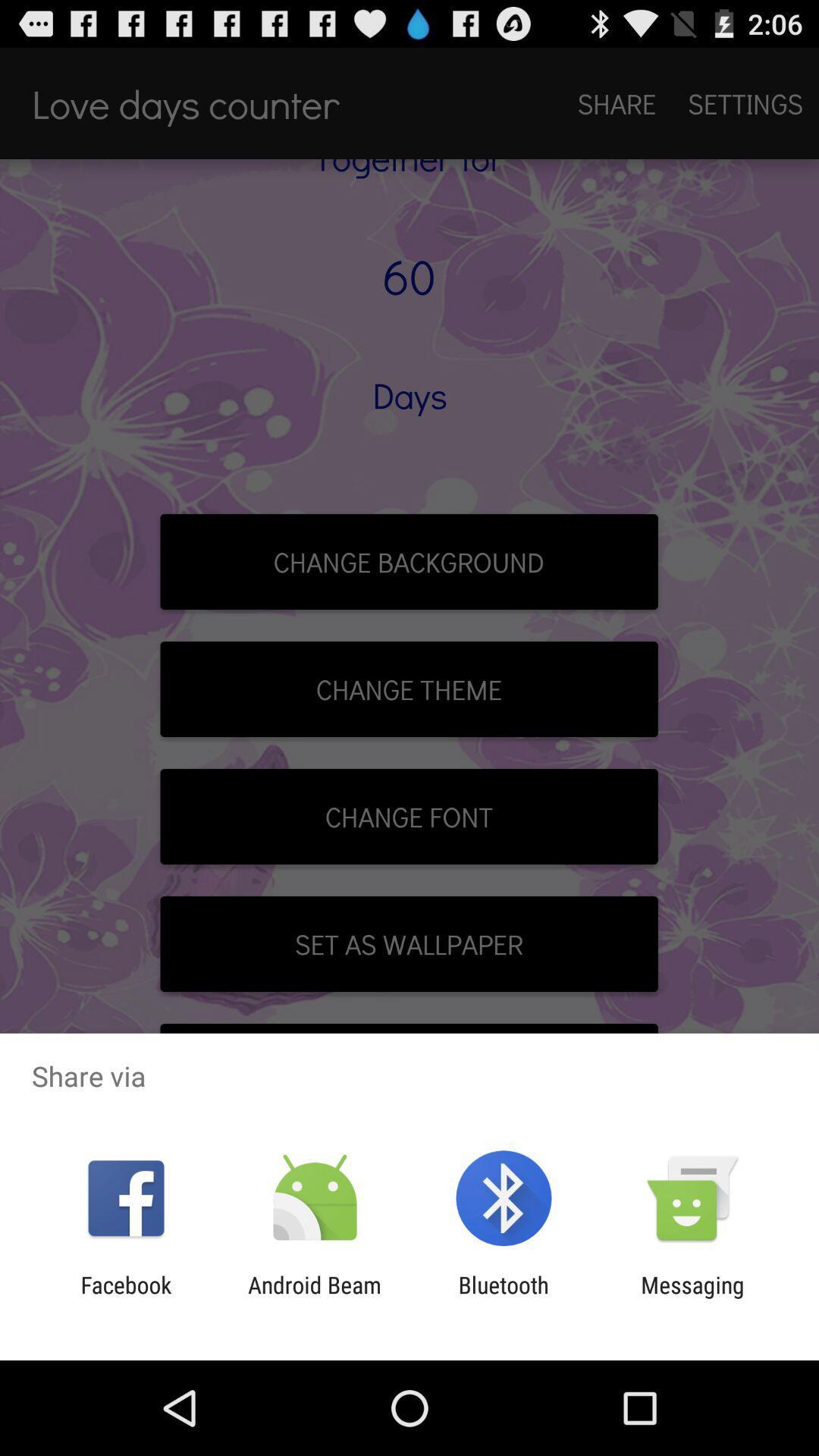  I want to click on the app to the left of bluetooth, so click(314, 1298).